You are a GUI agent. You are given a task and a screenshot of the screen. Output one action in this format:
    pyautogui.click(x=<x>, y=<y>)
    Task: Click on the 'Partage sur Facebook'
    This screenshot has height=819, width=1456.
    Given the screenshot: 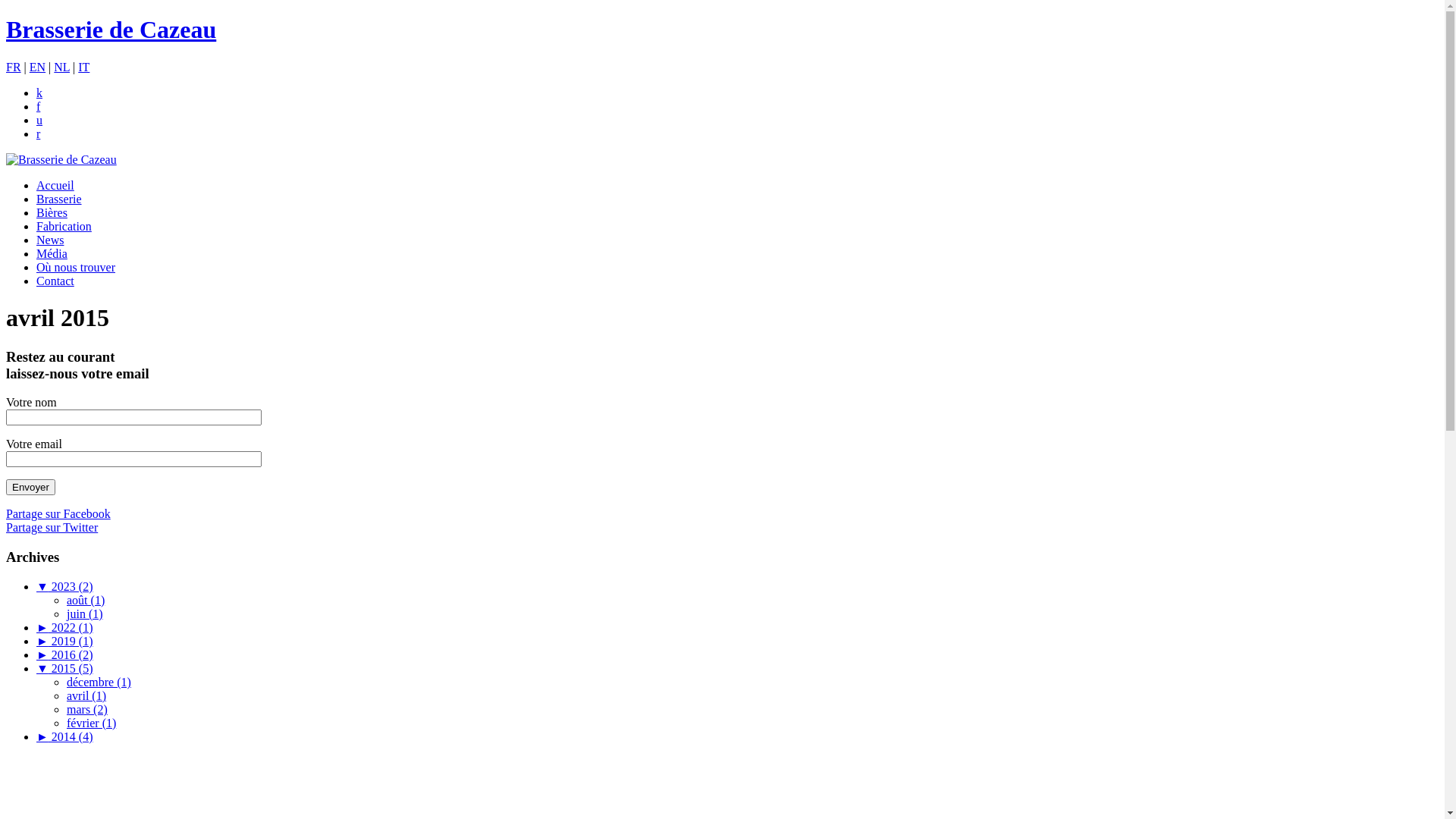 What is the action you would take?
    pyautogui.click(x=6, y=513)
    